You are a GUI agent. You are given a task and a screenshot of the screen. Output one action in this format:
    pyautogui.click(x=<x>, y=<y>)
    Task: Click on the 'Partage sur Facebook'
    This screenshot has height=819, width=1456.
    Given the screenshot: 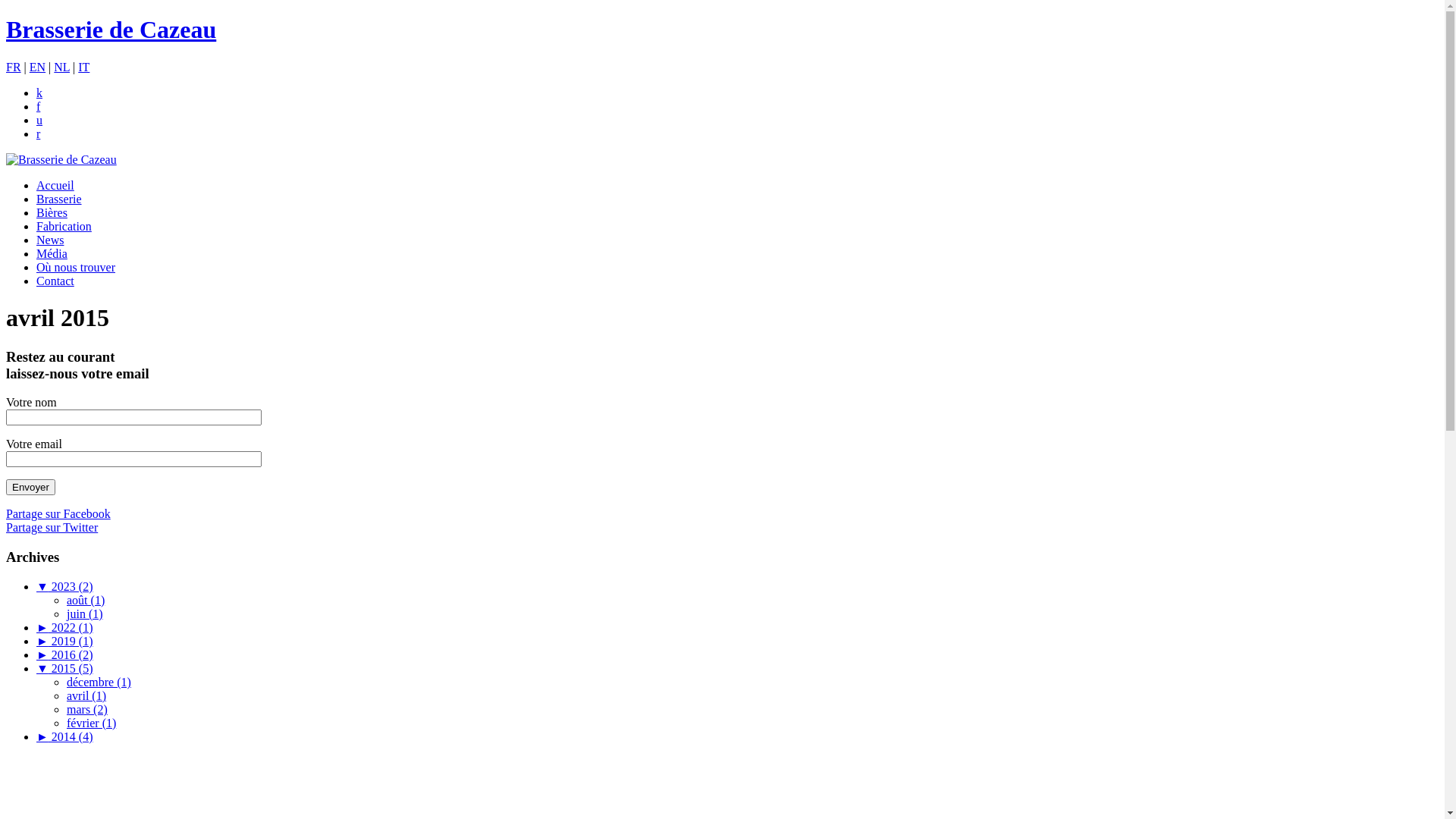 What is the action you would take?
    pyautogui.click(x=6, y=513)
    